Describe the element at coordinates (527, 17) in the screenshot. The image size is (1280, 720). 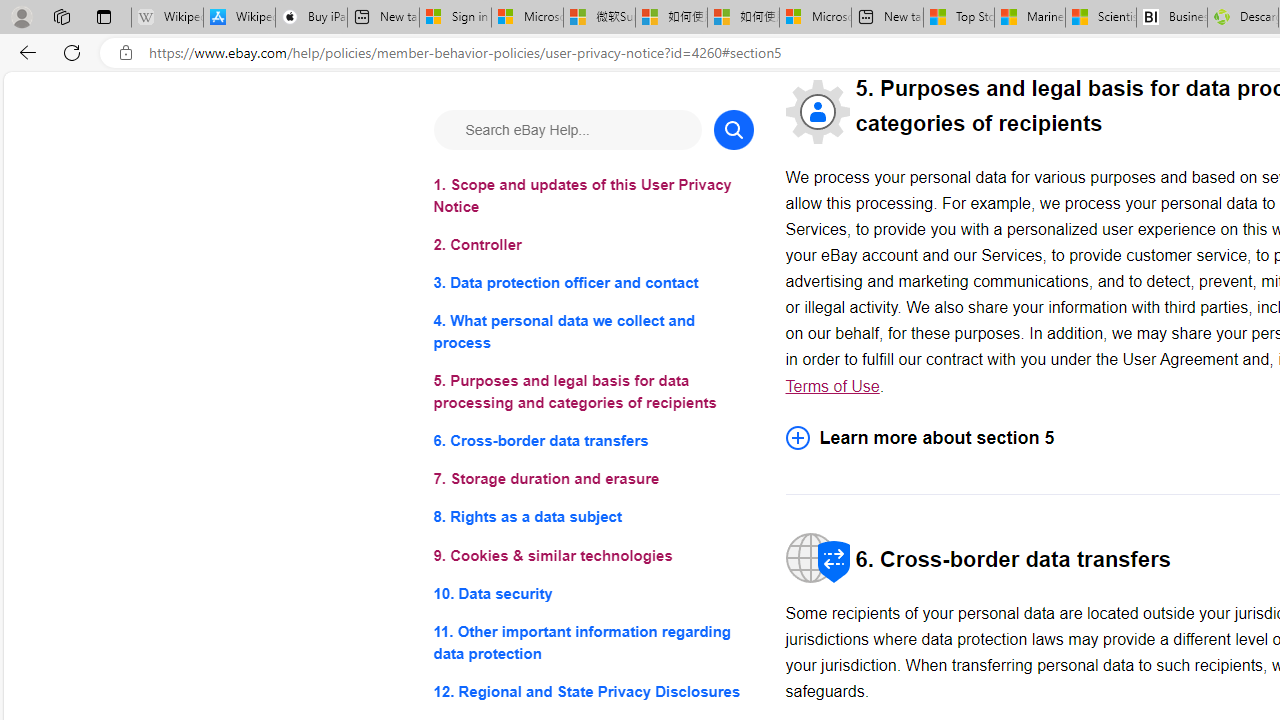
I see `'Microsoft Services Agreement'` at that location.